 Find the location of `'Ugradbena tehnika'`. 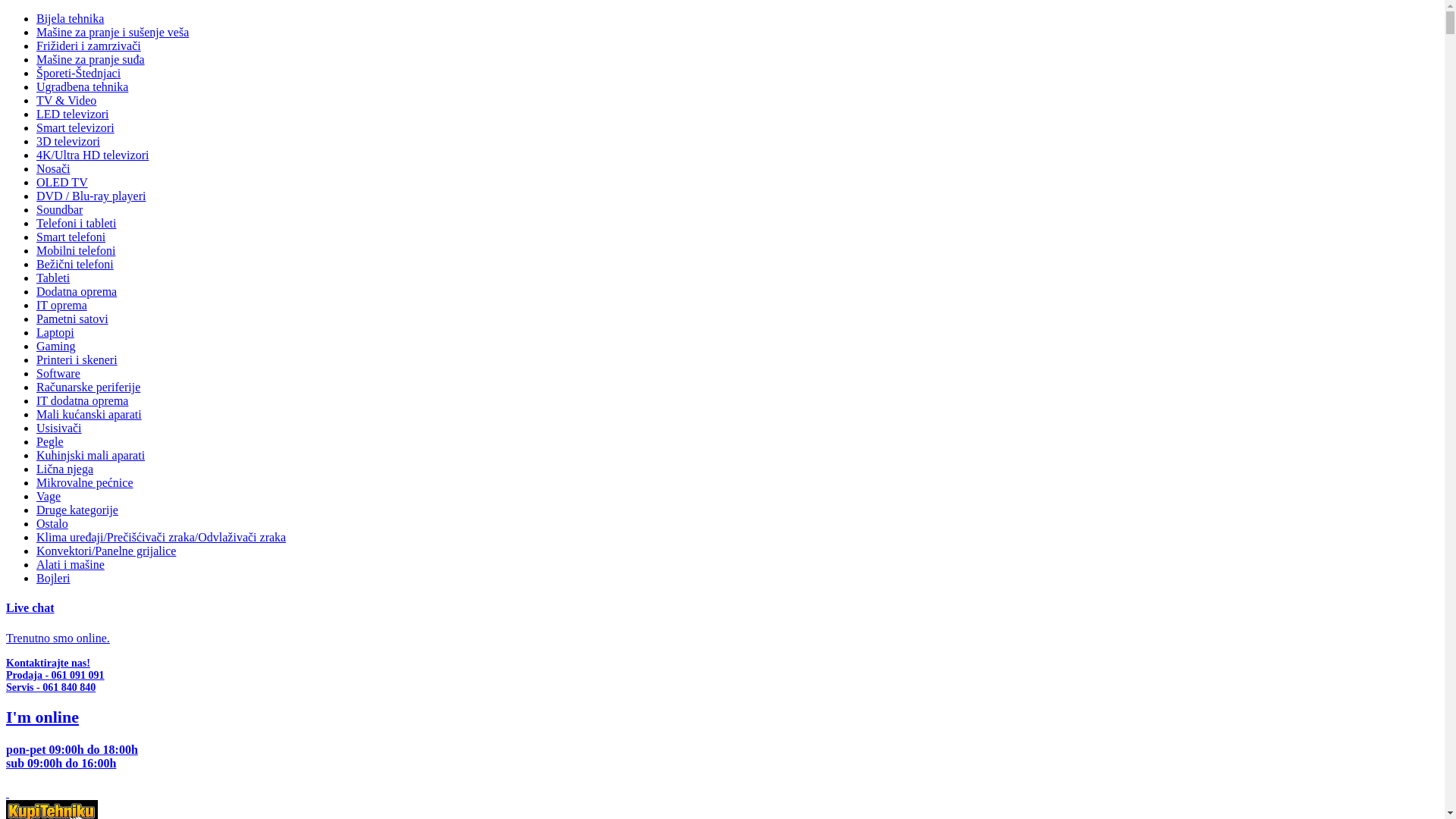

'Ugradbena tehnika' is located at coordinates (81, 86).